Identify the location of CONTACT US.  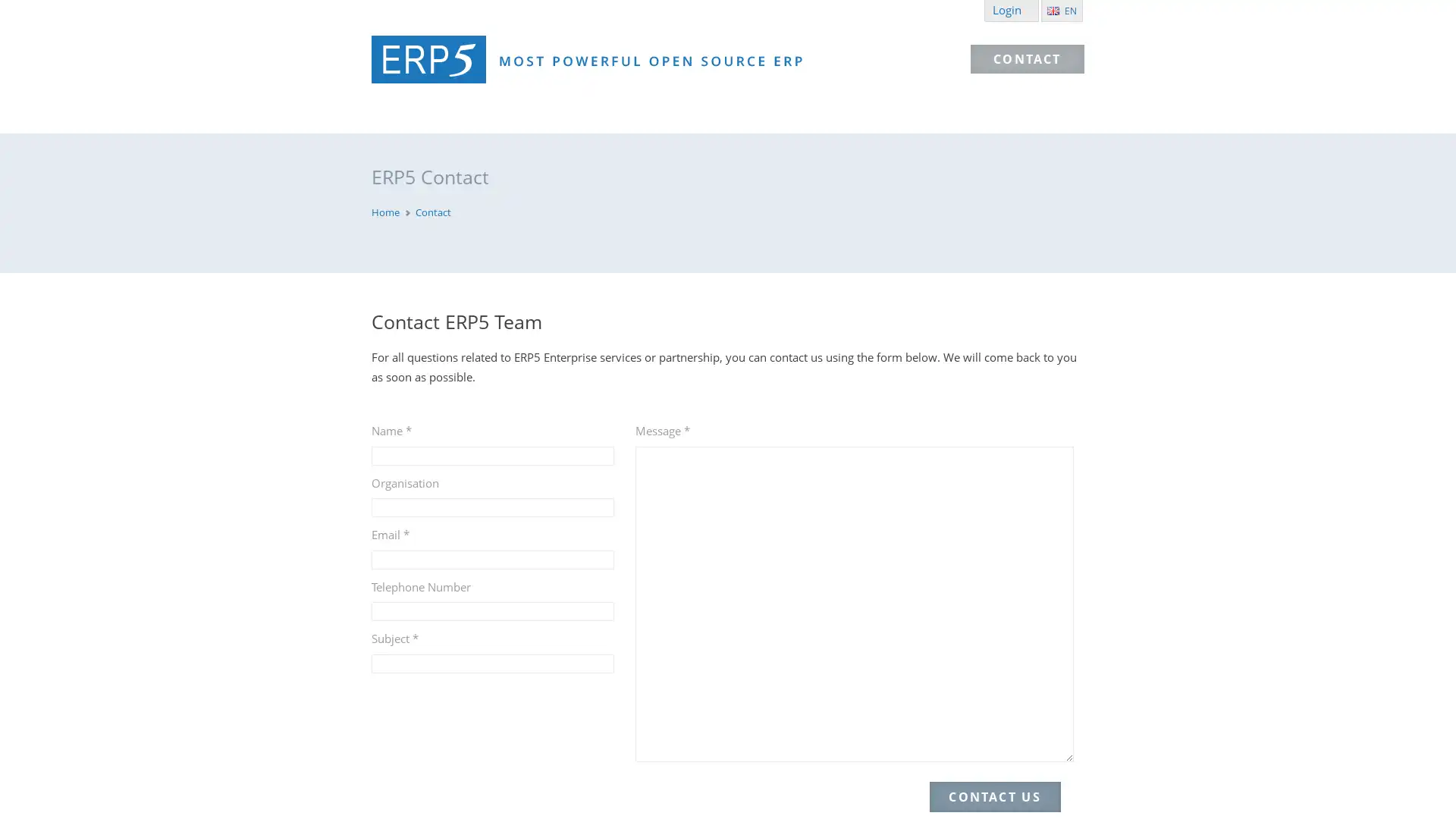
(994, 795).